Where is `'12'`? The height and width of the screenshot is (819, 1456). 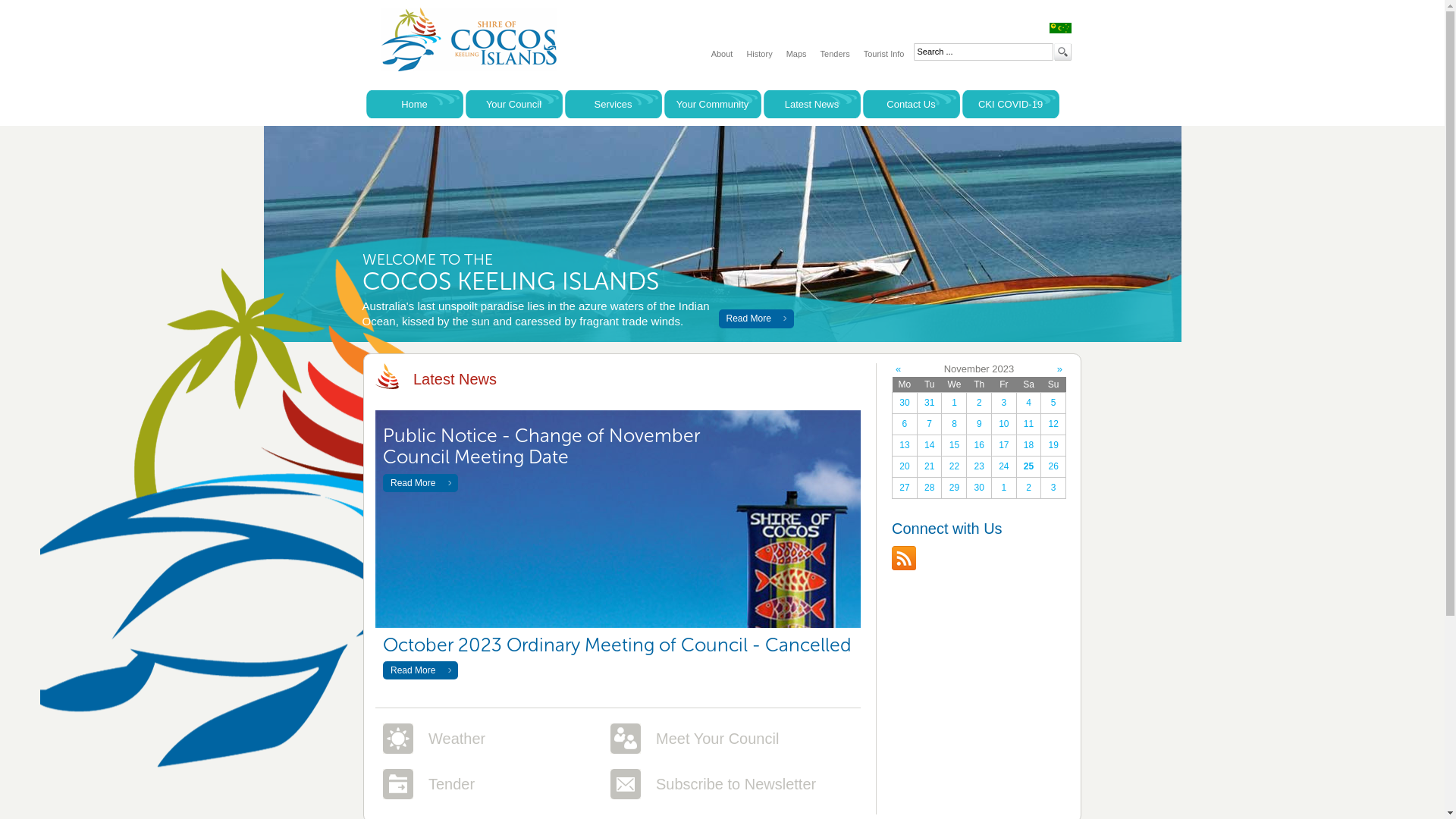 '12' is located at coordinates (1040, 424).